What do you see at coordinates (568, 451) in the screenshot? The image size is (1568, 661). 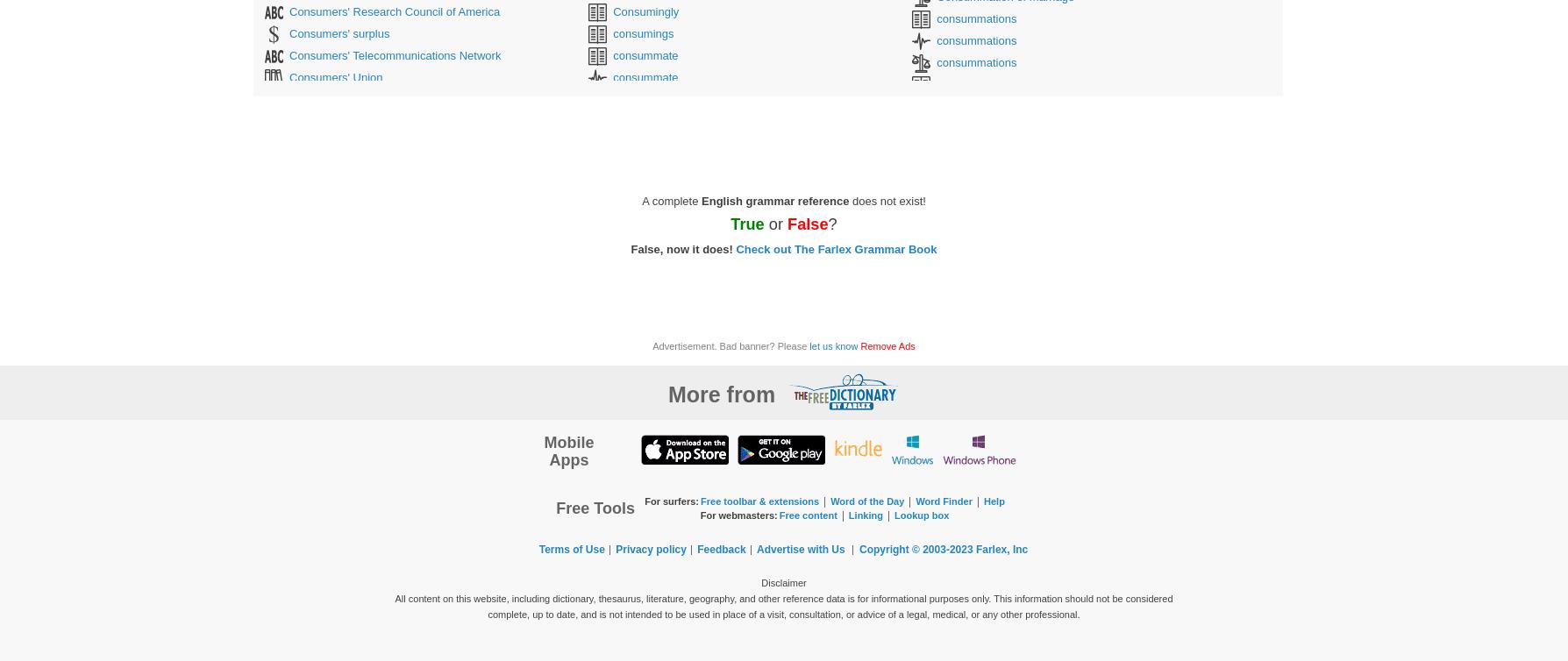 I see `'Mobile Apps'` at bounding box center [568, 451].